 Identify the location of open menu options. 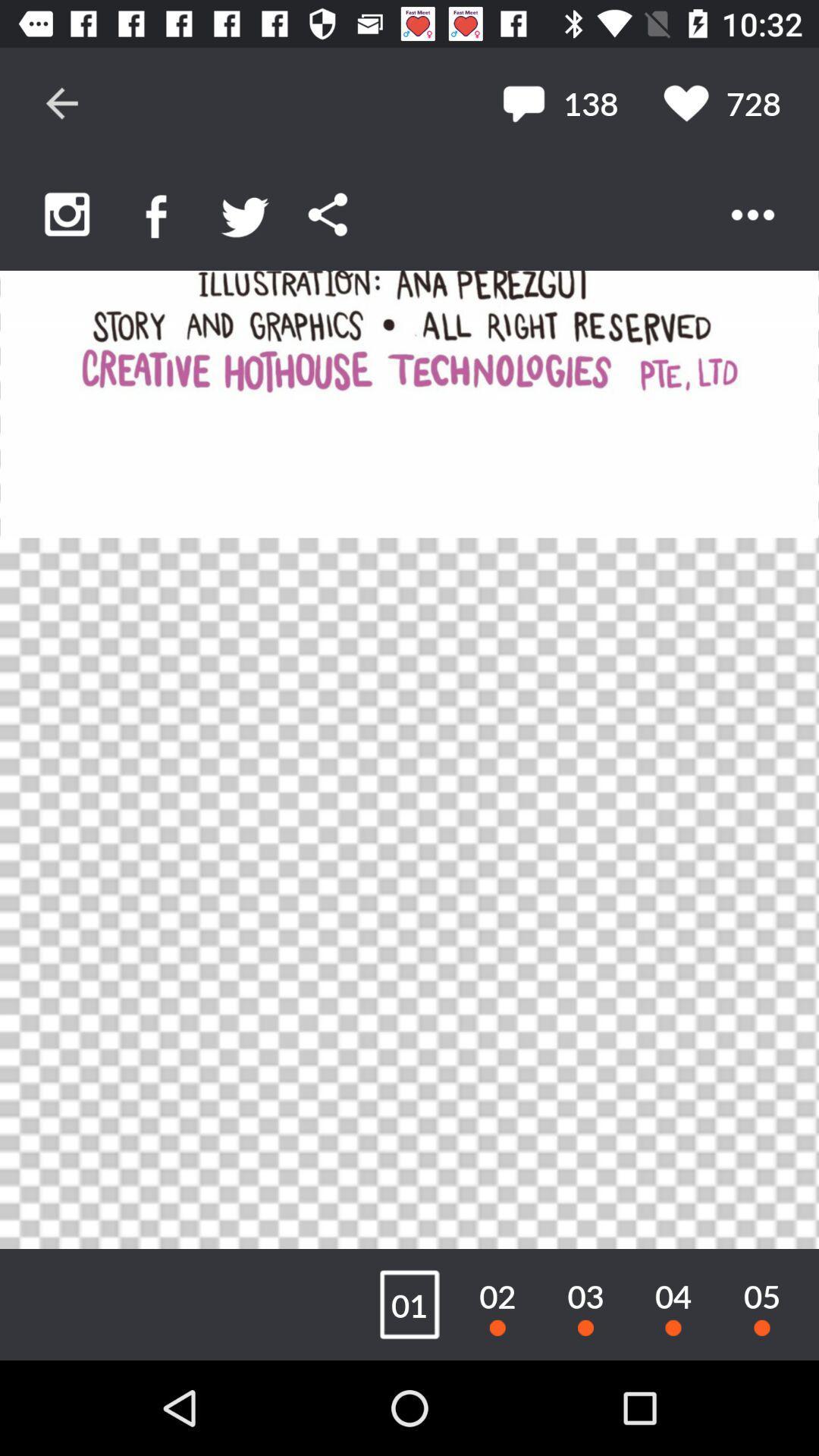
(752, 214).